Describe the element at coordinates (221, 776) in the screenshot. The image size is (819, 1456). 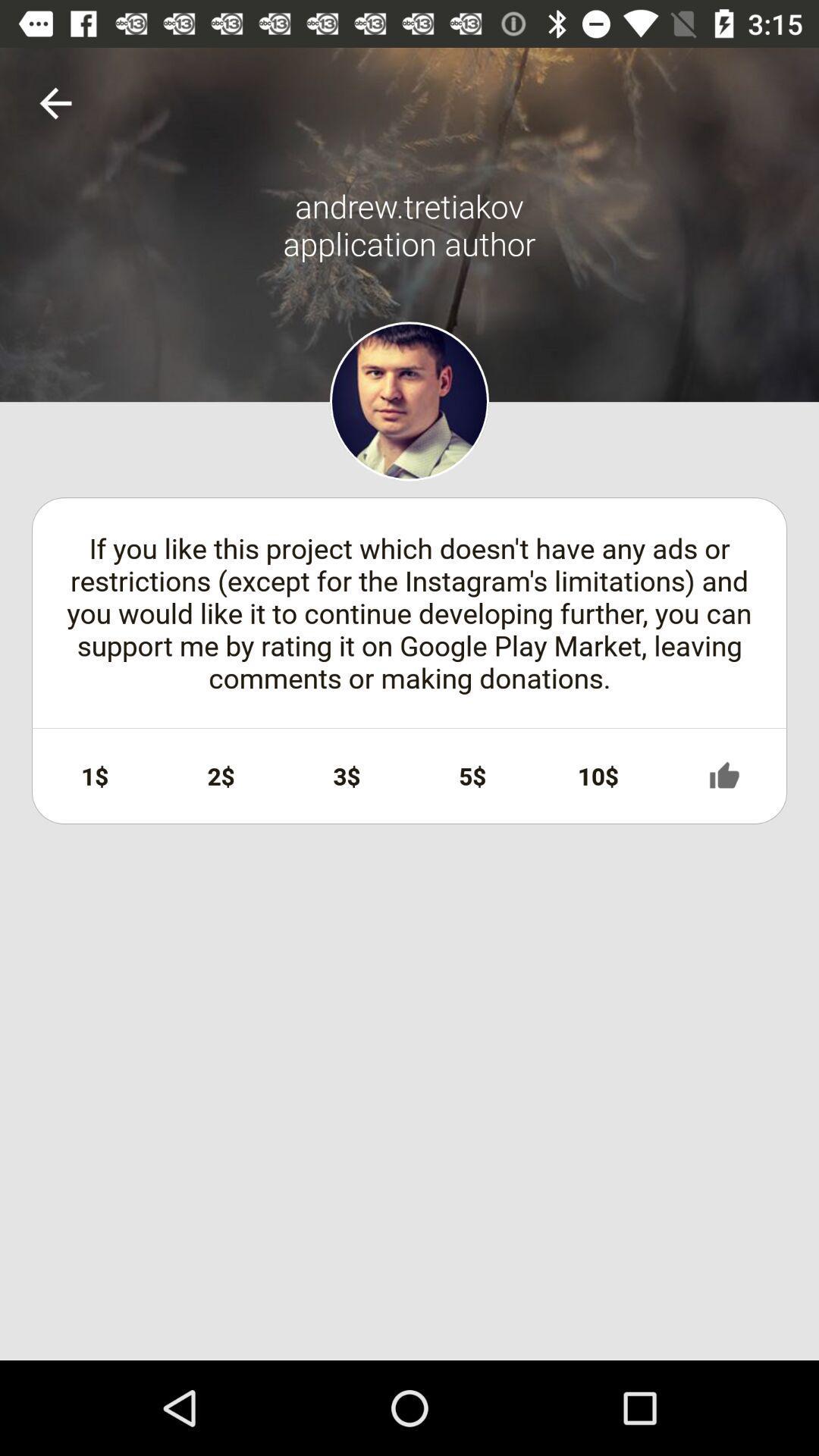
I see `2$ icon` at that location.